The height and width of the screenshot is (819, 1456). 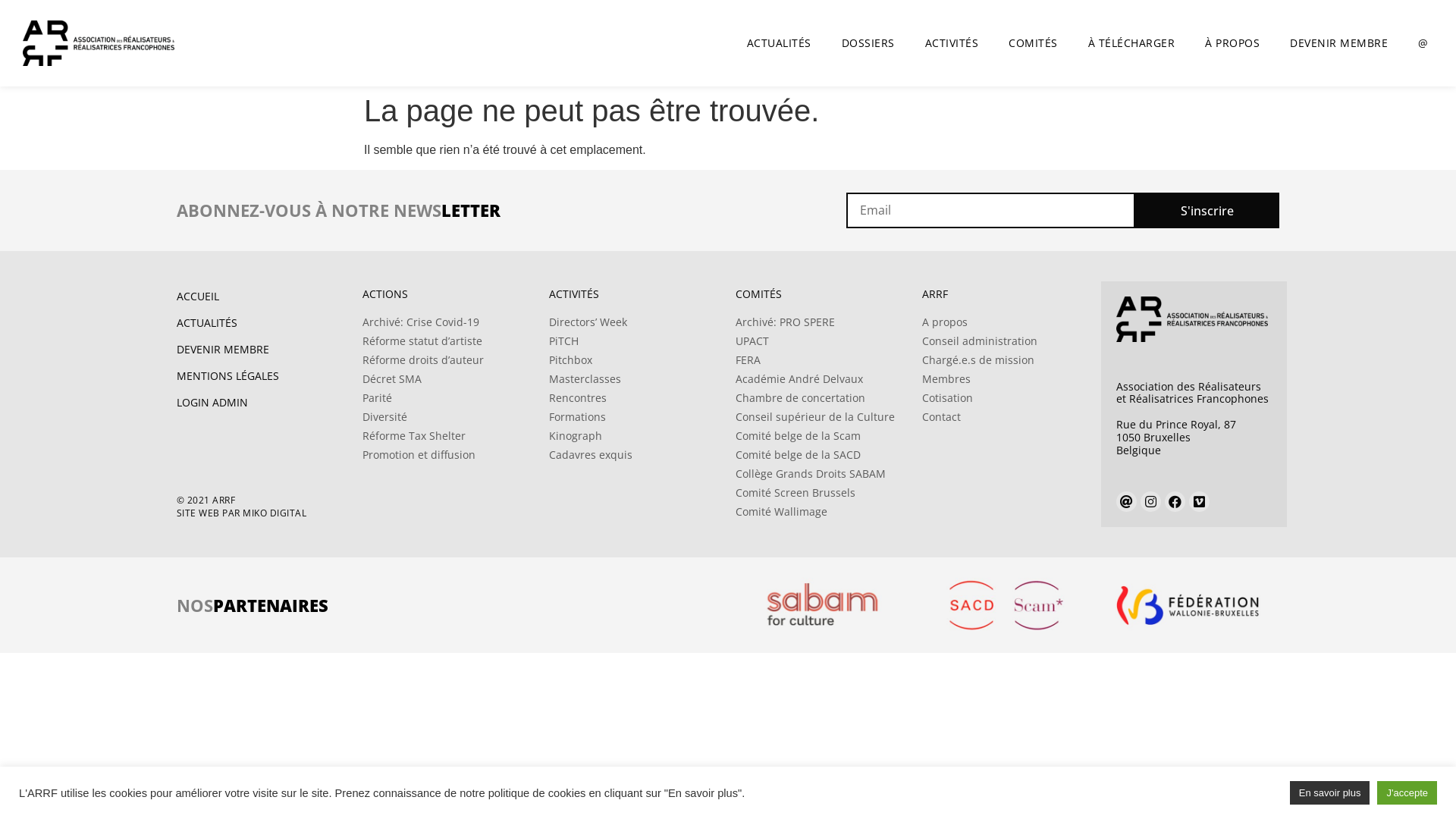 What do you see at coordinates (634, 359) in the screenshot?
I see `'Pitchbox'` at bounding box center [634, 359].